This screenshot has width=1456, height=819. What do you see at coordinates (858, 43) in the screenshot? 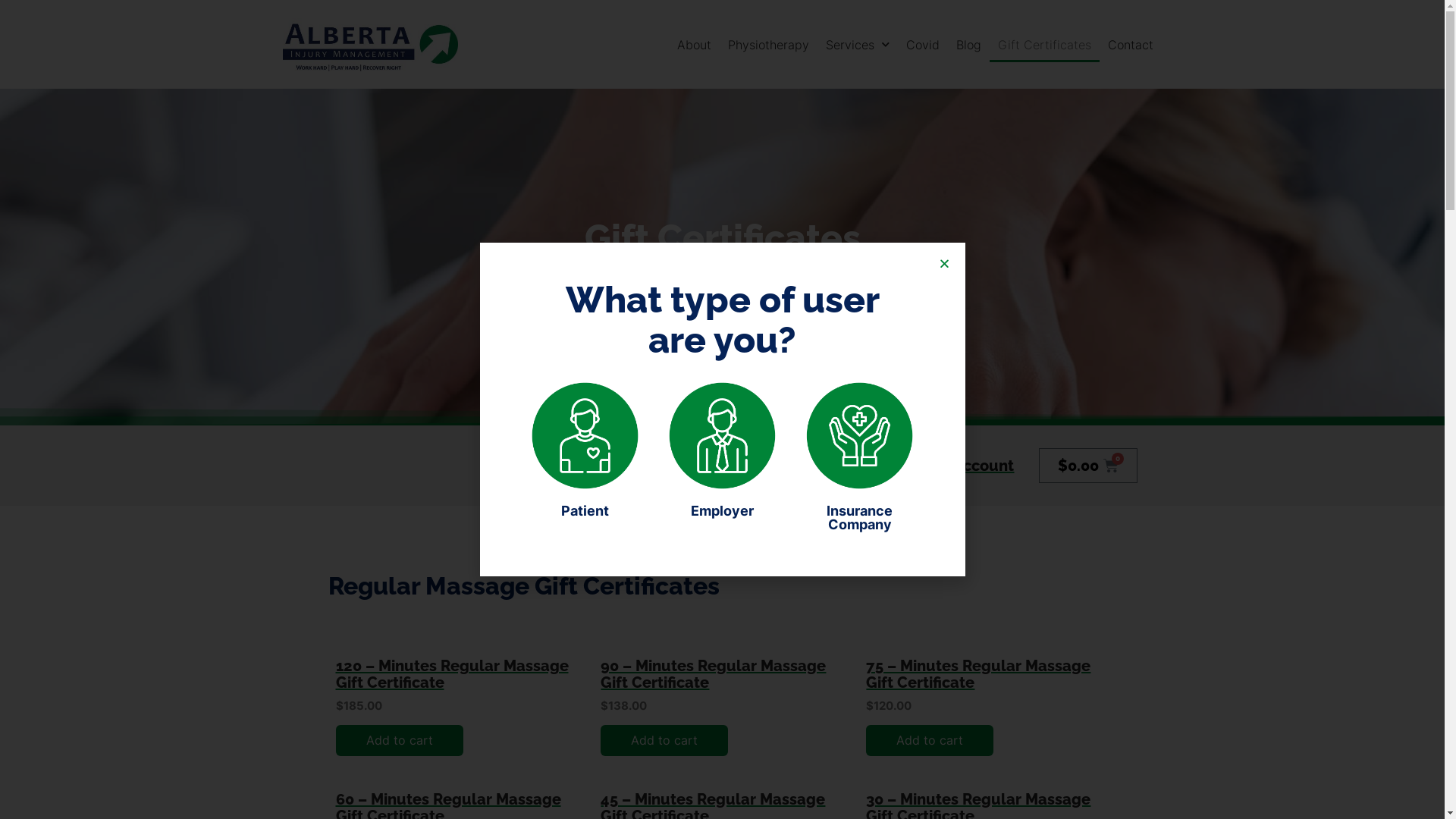
I see `'Services'` at bounding box center [858, 43].